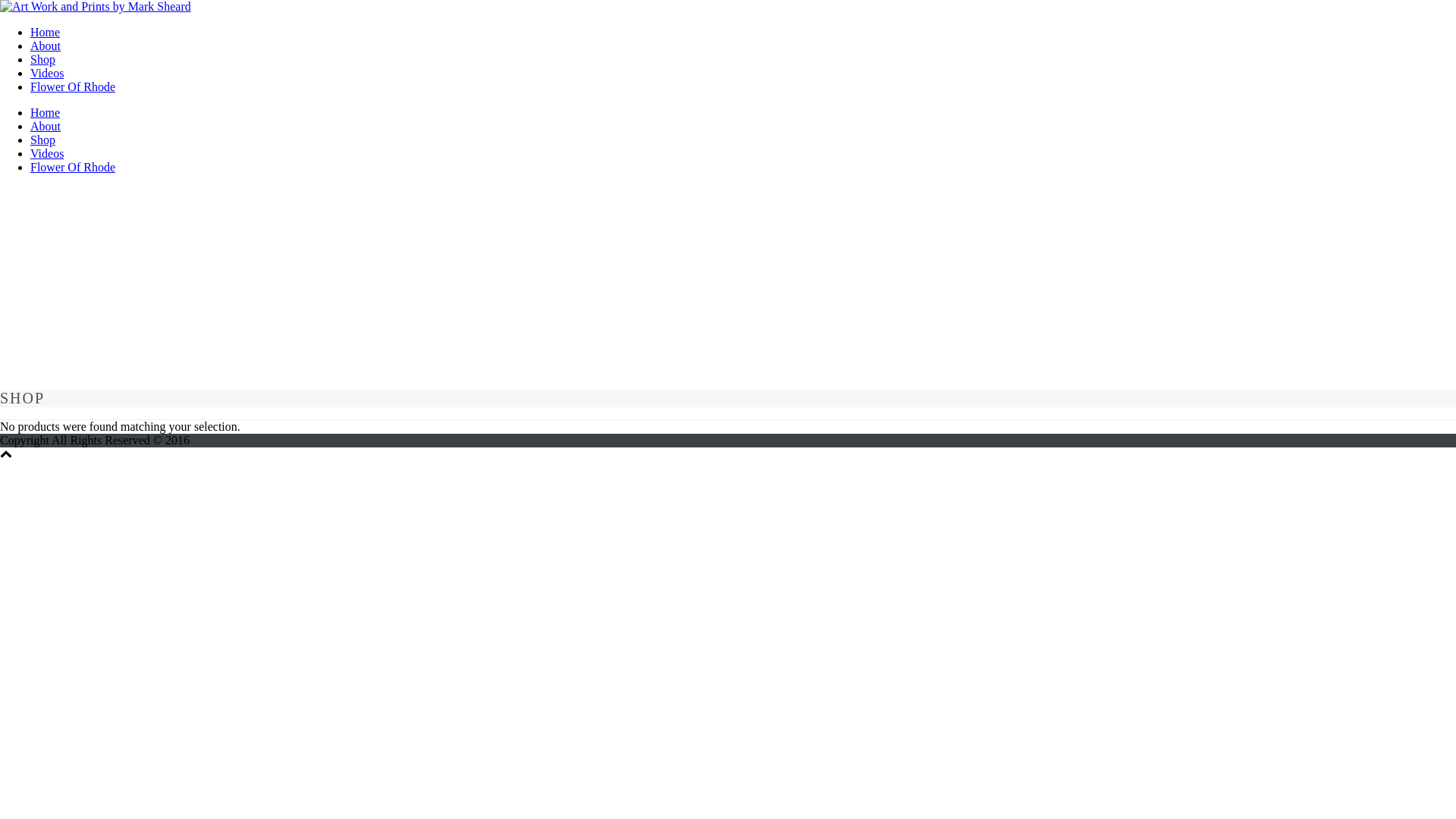  I want to click on 'Home', so click(45, 32).